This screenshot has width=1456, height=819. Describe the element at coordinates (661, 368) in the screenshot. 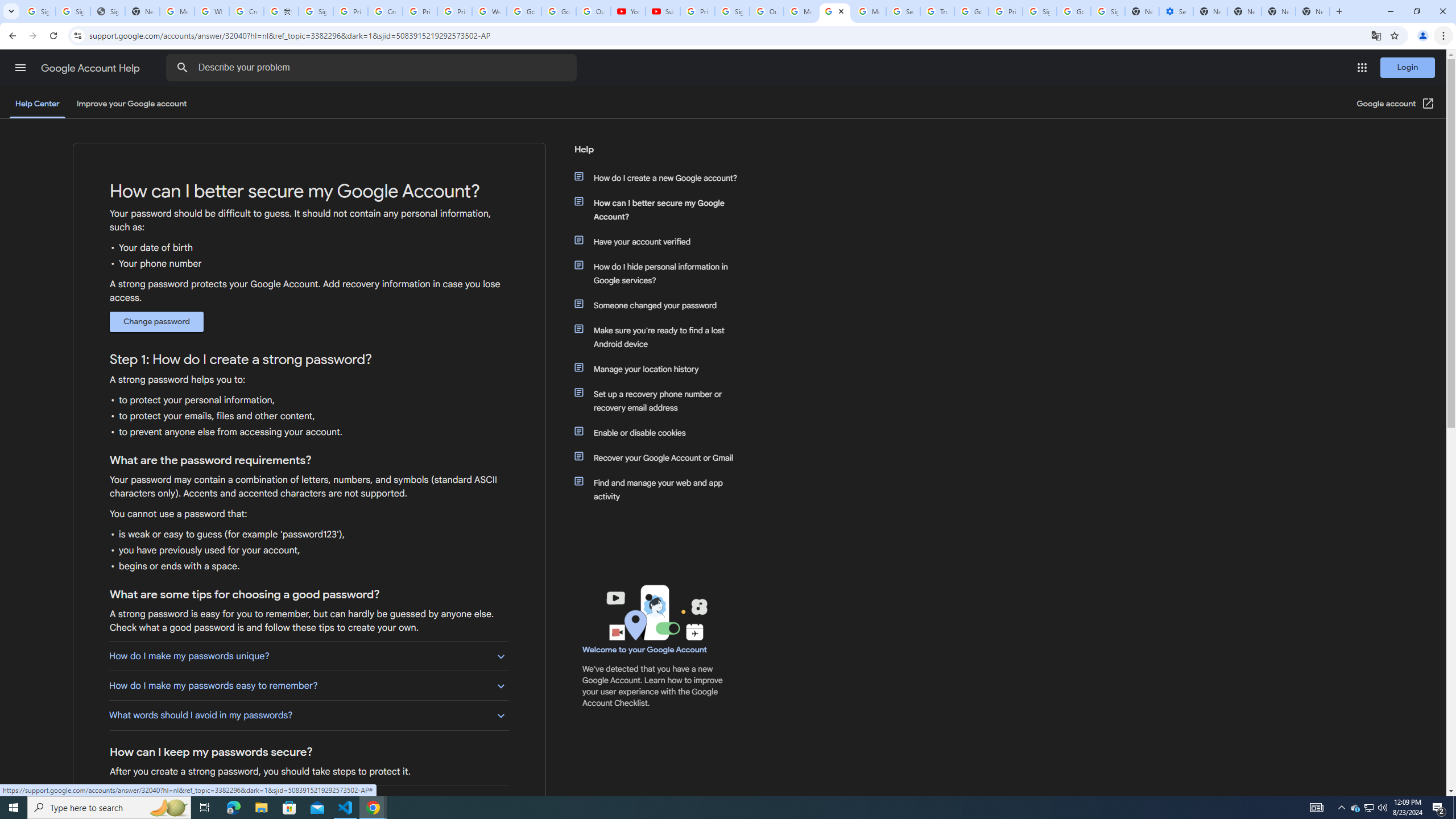

I see `'Manage your location history'` at that location.